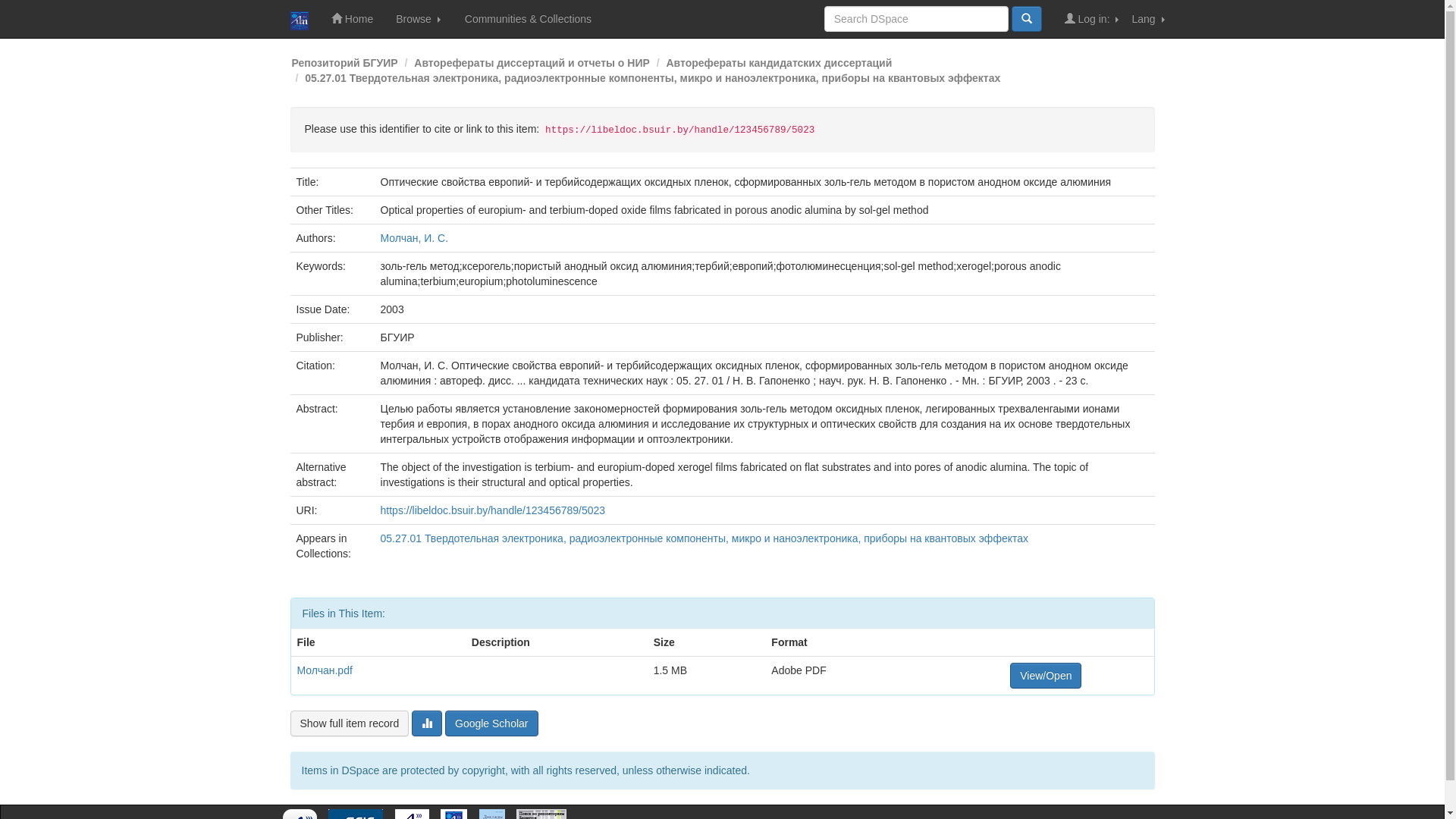 This screenshot has width=1456, height=819. Describe the element at coordinates (491, 722) in the screenshot. I see `'Google Scholar'` at that location.